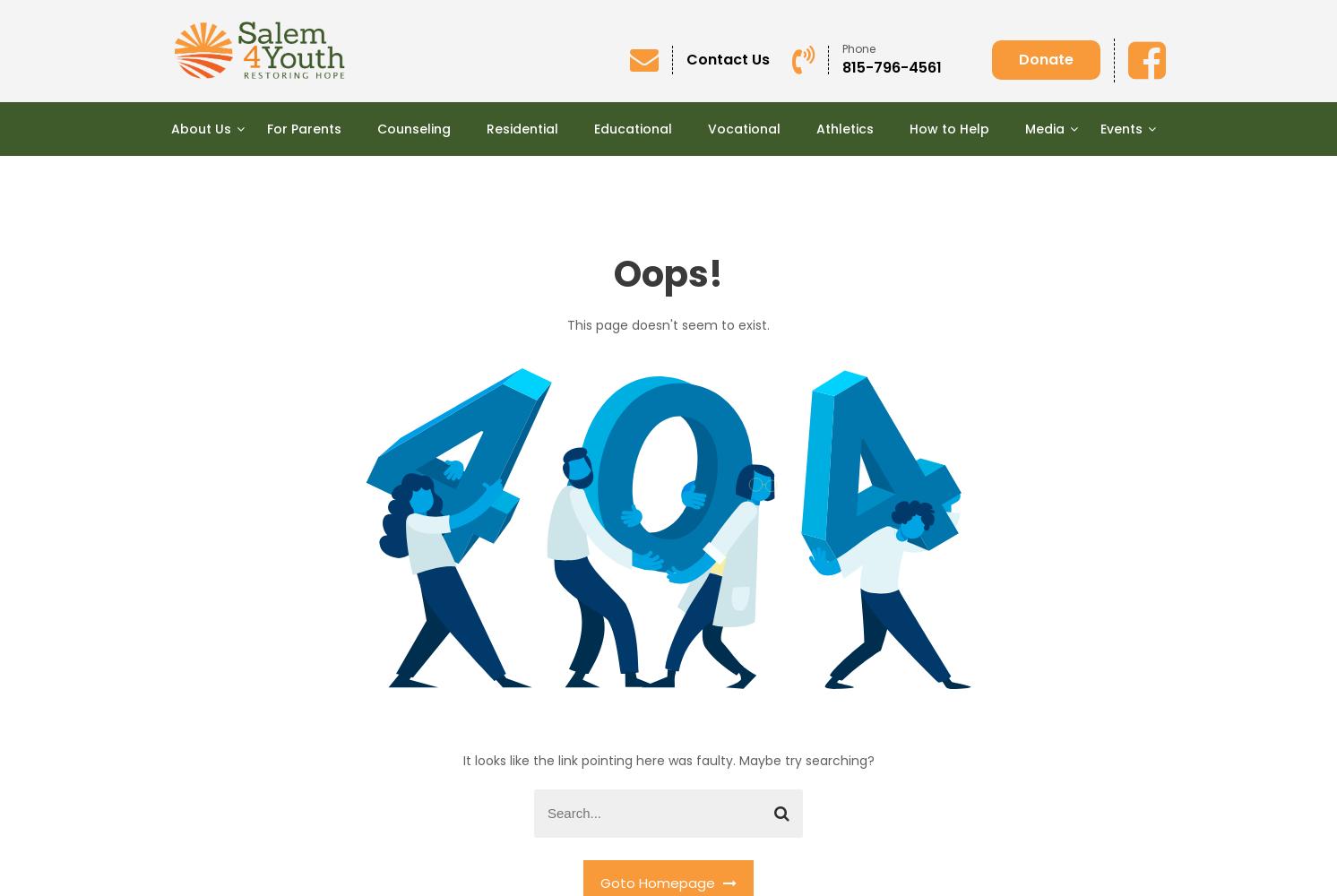  What do you see at coordinates (413, 128) in the screenshot?
I see `'Counseling'` at bounding box center [413, 128].